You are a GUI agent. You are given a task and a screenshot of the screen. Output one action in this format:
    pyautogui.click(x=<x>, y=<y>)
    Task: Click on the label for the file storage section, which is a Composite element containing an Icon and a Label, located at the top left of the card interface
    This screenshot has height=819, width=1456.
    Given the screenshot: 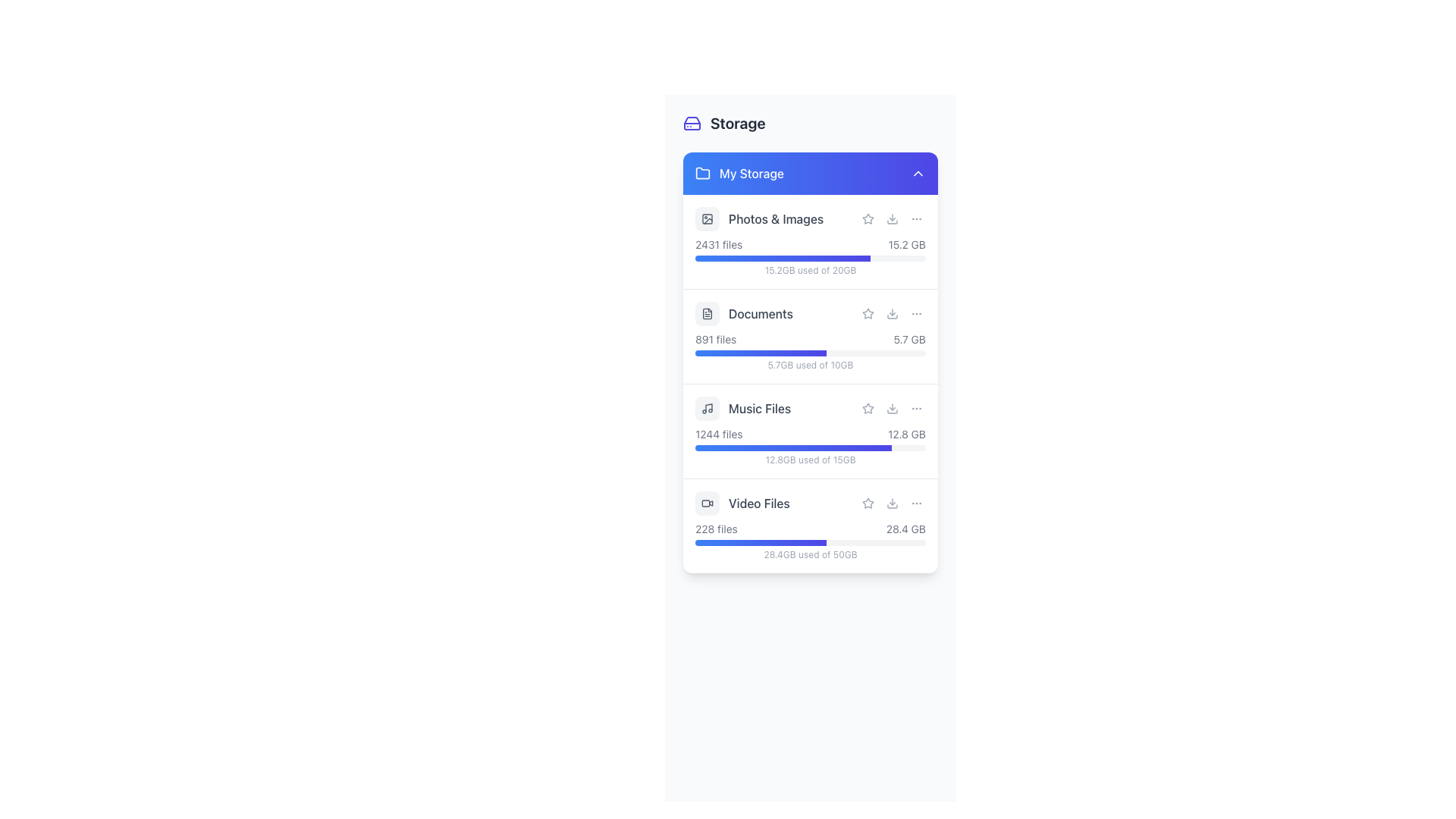 What is the action you would take?
    pyautogui.click(x=739, y=172)
    